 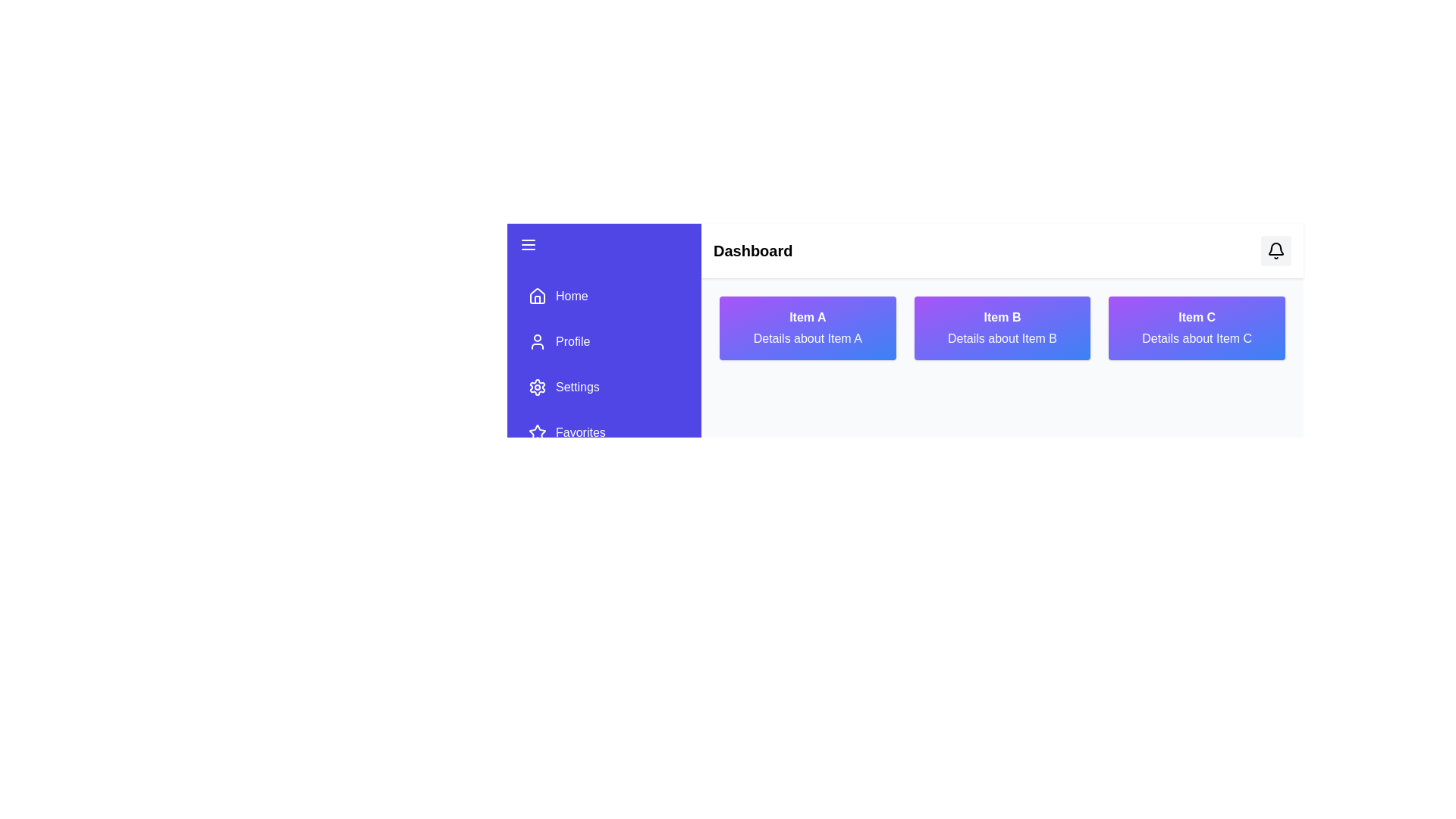 What do you see at coordinates (603, 342) in the screenshot?
I see `the user profile navigation button located in the sidebar, positioned below the 'Home' button and above the 'Settings' button` at bounding box center [603, 342].